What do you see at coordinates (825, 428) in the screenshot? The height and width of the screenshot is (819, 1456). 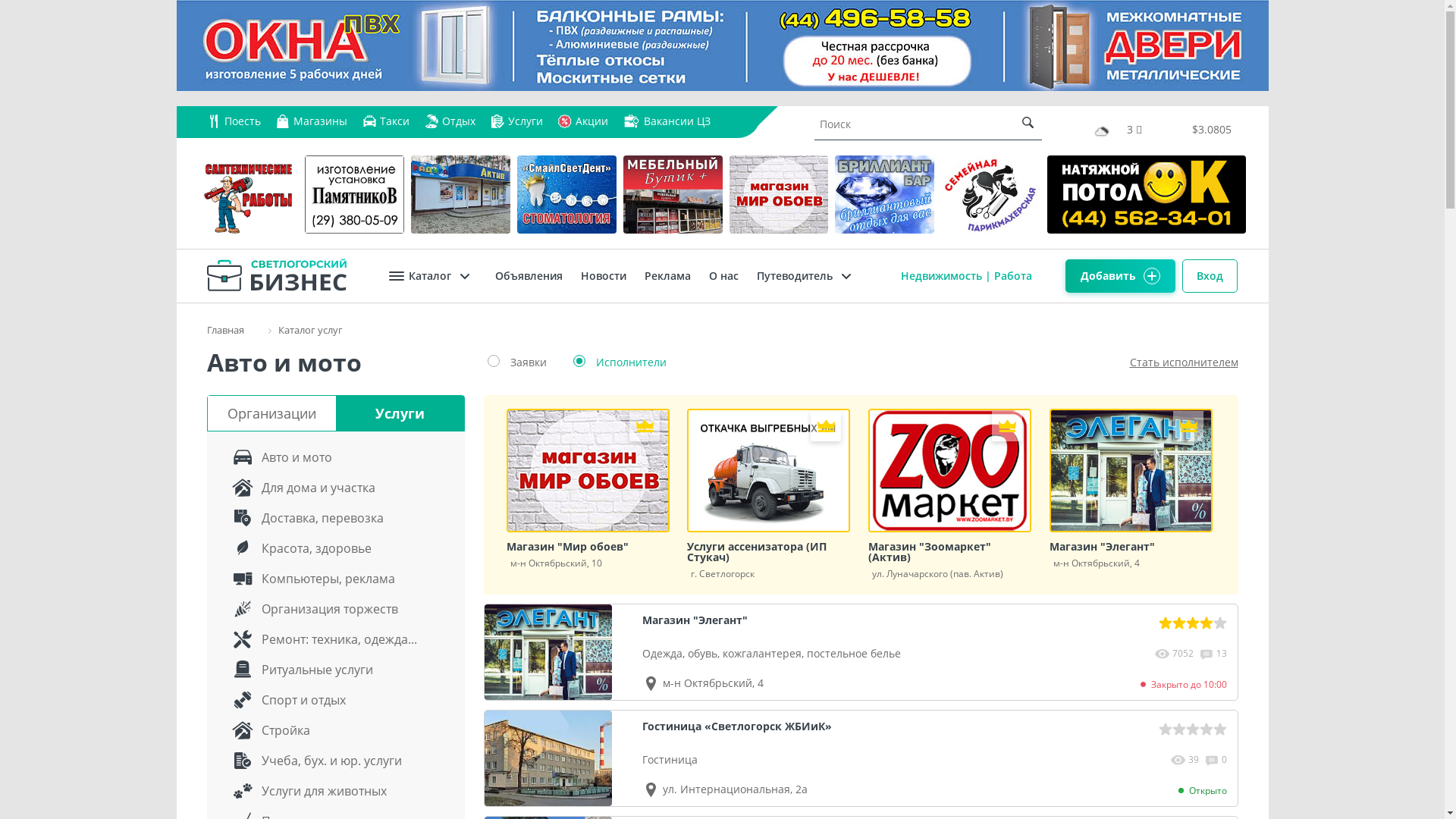 I see `'VIP'` at bounding box center [825, 428].